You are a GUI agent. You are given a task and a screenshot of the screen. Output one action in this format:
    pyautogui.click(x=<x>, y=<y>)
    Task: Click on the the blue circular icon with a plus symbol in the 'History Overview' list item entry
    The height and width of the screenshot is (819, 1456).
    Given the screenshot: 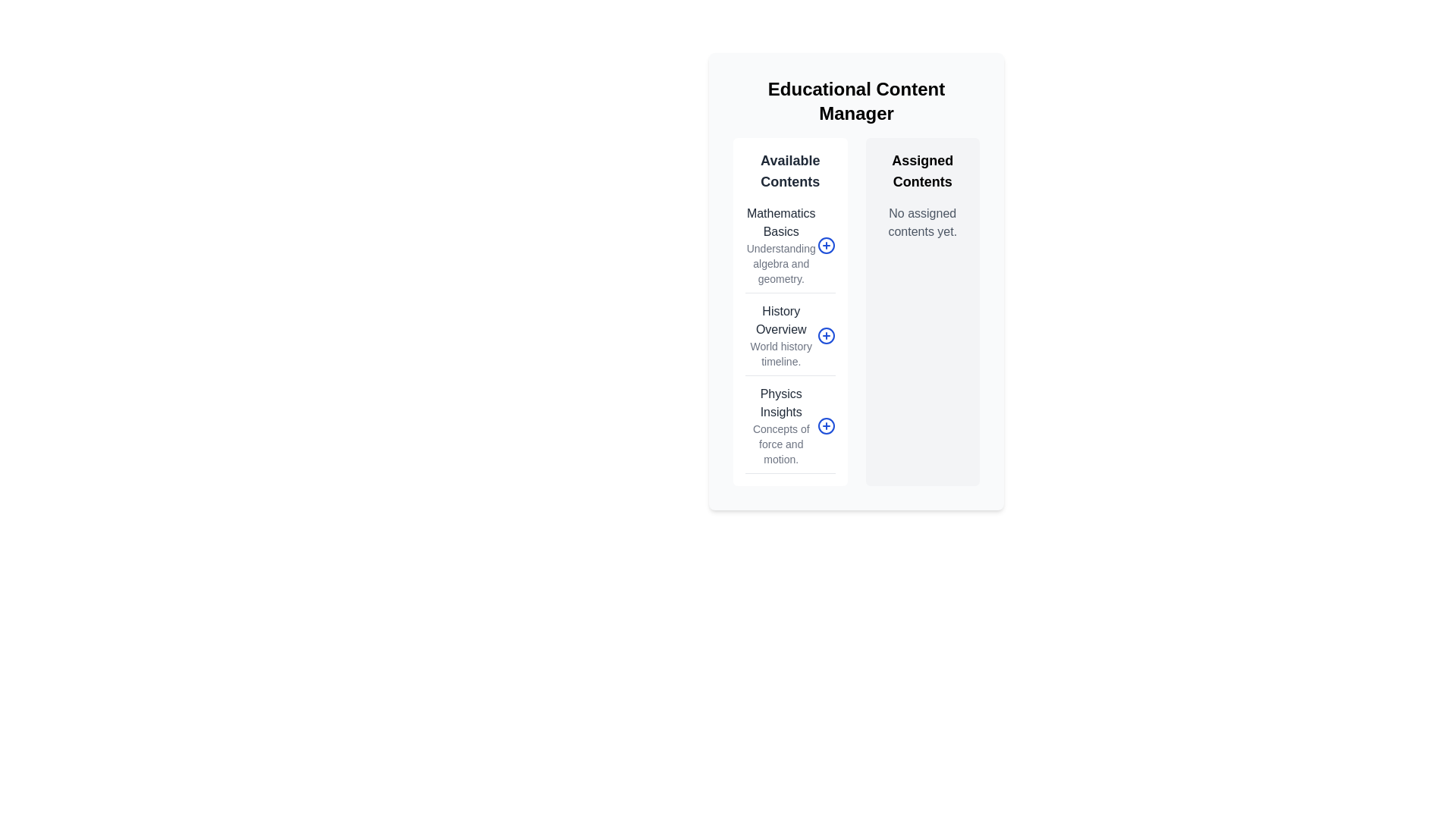 What is the action you would take?
    pyautogui.click(x=789, y=338)
    